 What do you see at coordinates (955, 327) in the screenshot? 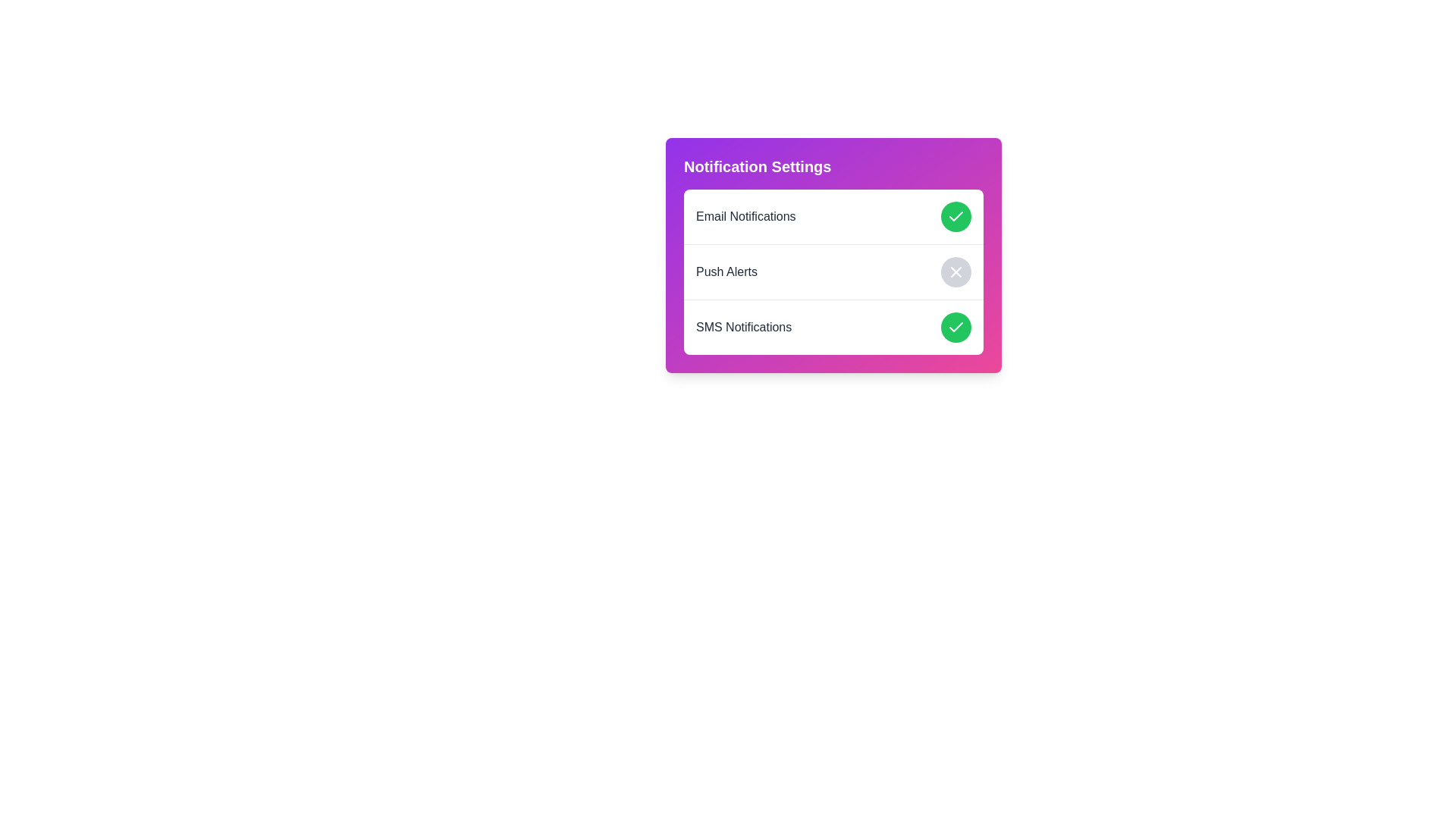
I see `the circular green button with a white checkmark icon located to the right of the 'SMS Notifications' label in the Notification Settings panel` at bounding box center [955, 327].